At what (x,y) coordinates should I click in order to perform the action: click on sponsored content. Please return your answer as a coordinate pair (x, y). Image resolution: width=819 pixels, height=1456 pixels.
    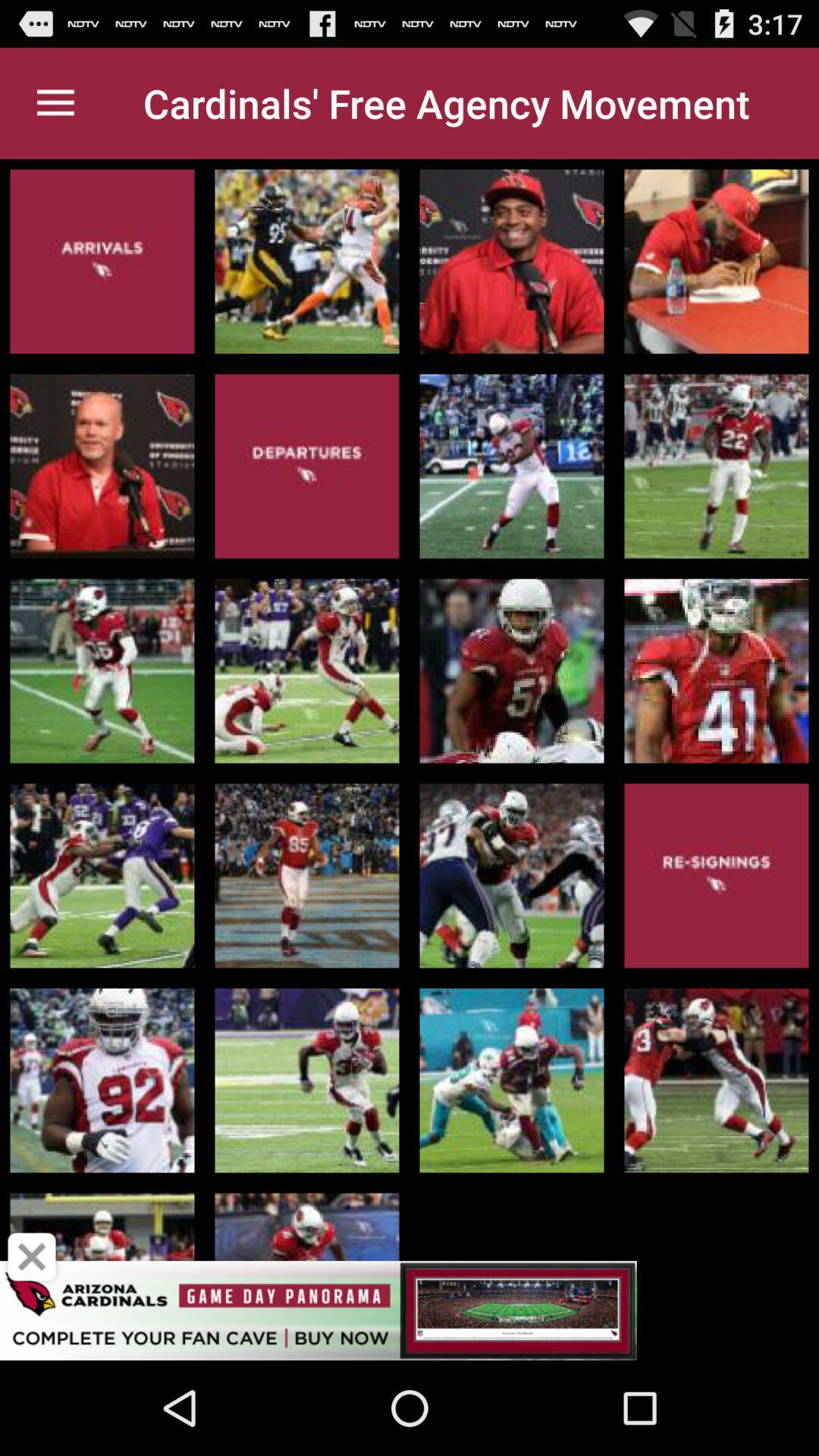
    Looking at the image, I should click on (409, 1310).